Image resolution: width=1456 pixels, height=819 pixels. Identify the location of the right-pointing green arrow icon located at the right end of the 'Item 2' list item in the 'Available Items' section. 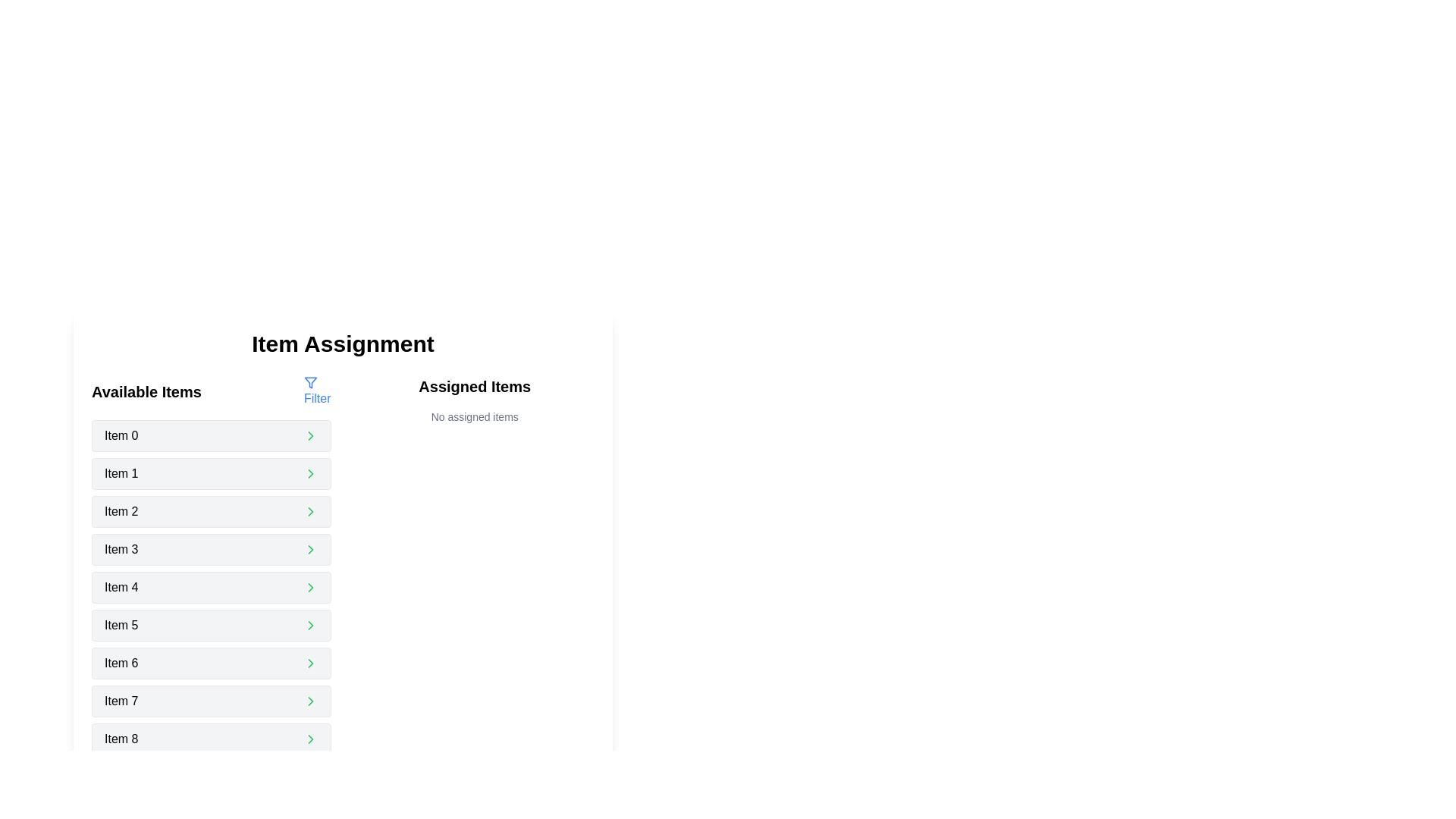
(309, 512).